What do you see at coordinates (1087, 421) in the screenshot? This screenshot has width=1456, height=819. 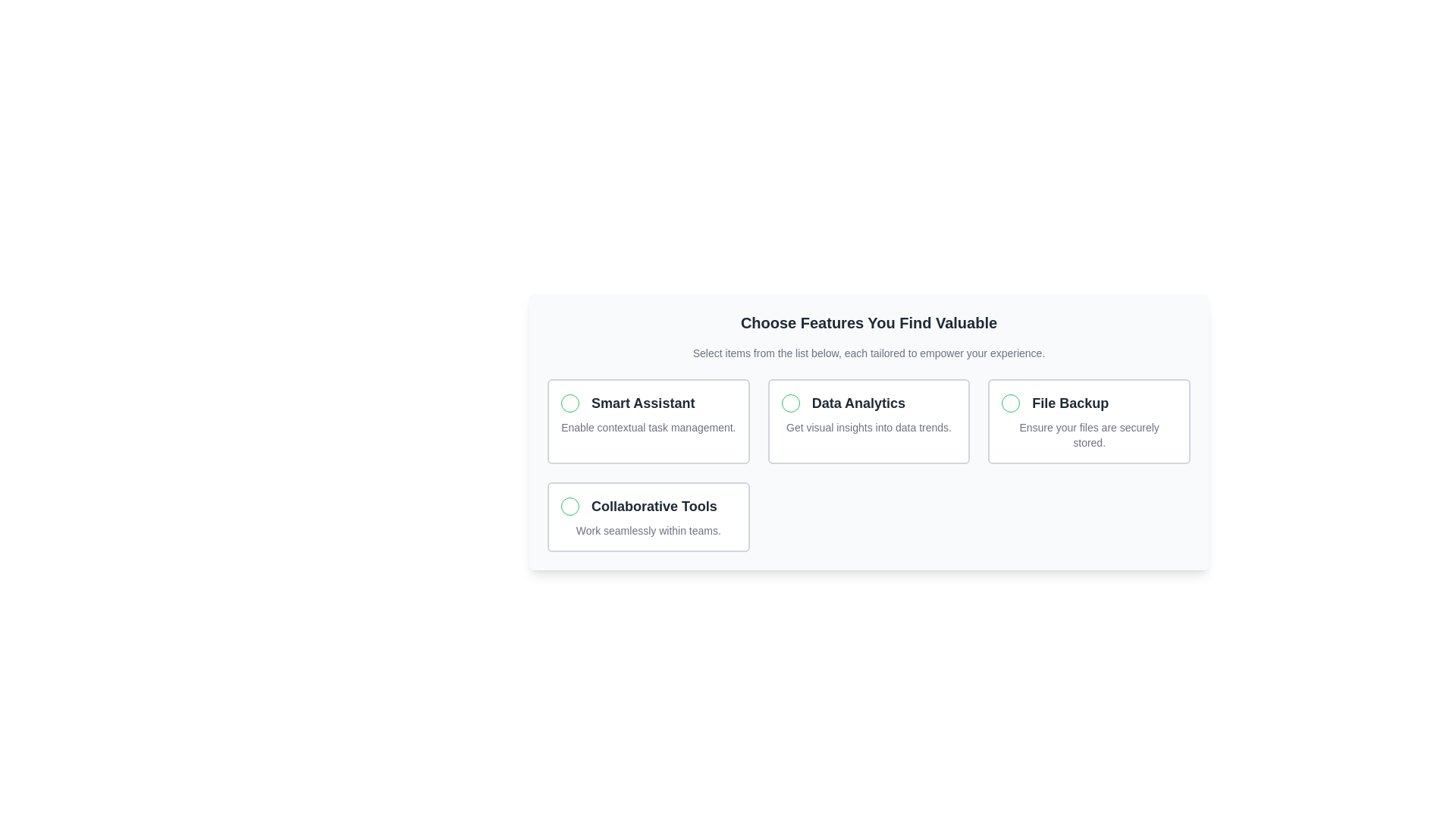 I see `the feature File Backup` at bounding box center [1087, 421].